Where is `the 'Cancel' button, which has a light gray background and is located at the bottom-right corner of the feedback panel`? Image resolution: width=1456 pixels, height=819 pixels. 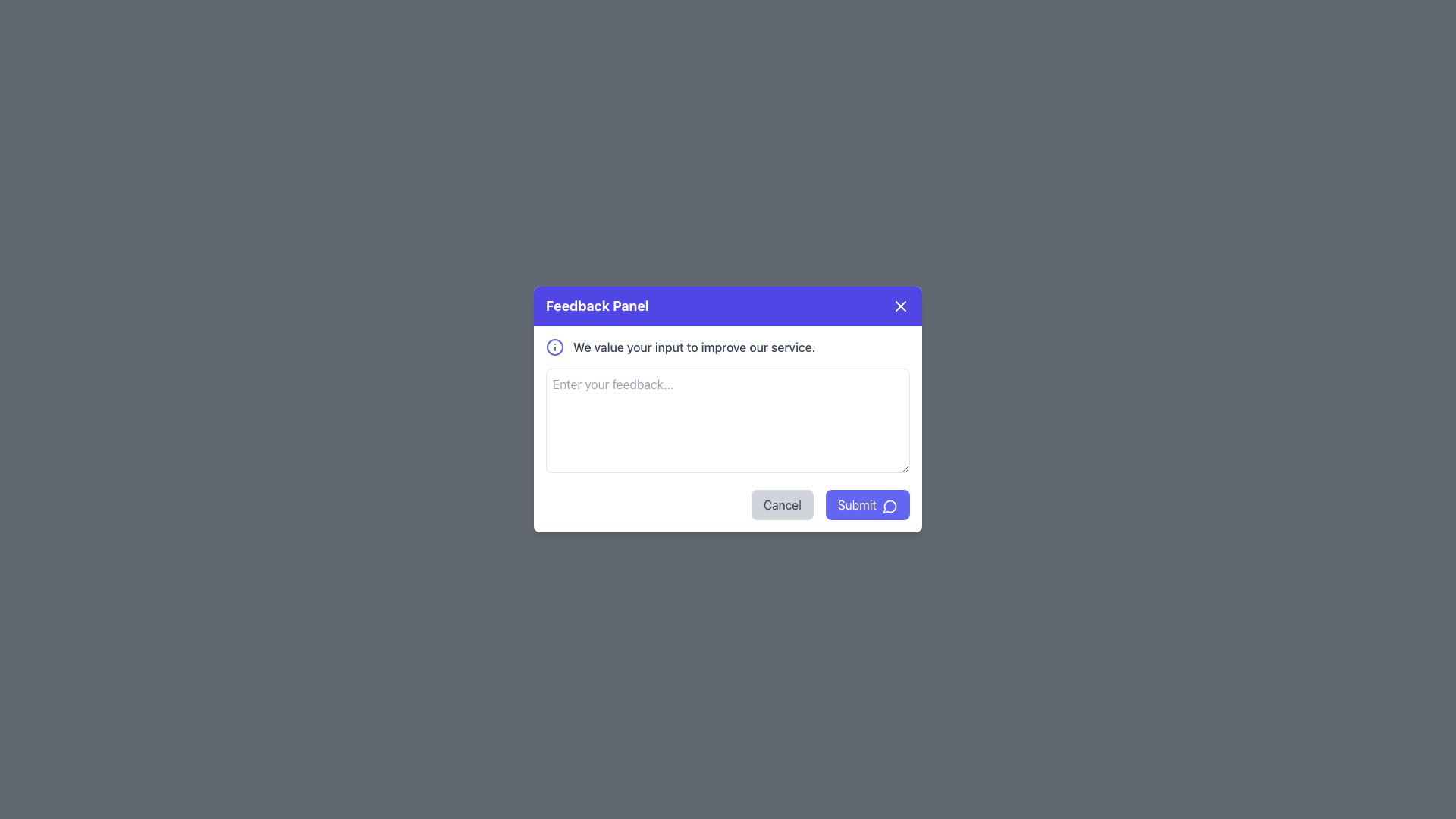 the 'Cancel' button, which has a light gray background and is located at the bottom-right corner of the feedback panel is located at coordinates (782, 505).